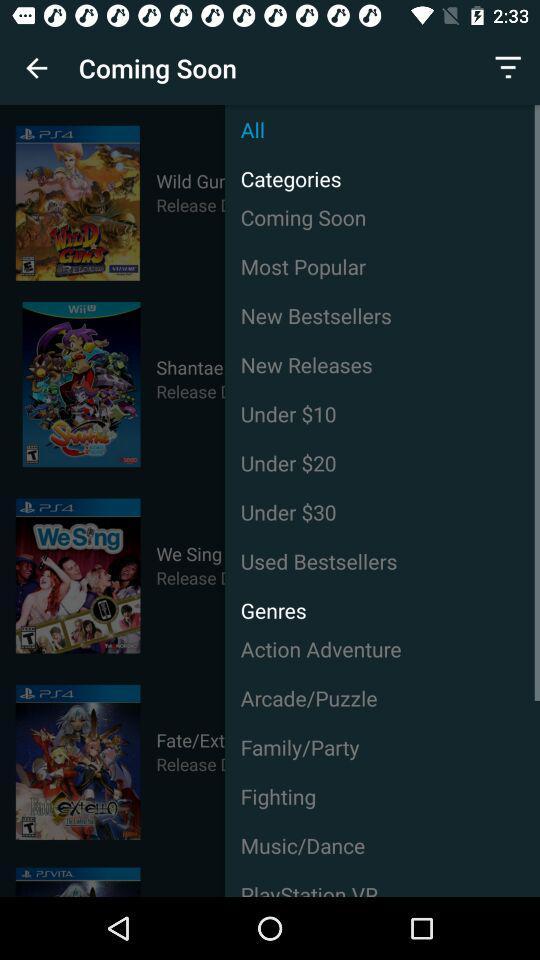 This screenshot has height=960, width=540. Describe the element at coordinates (382, 561) in the screenshot. I see `the used bestsellers item` at that location.